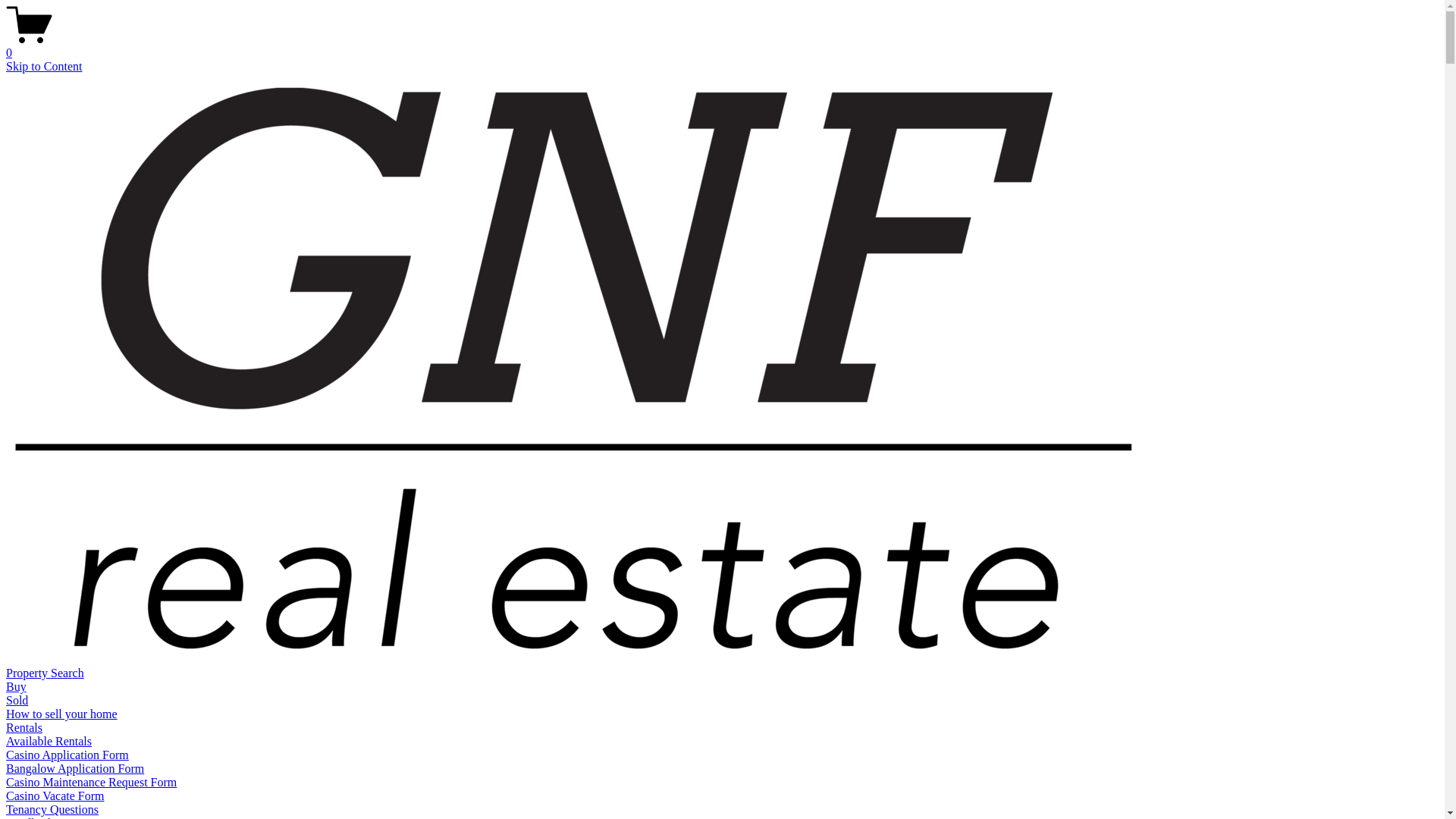 The height and width of the screenshot is (819, 1456). I want to click on 'Casino Application Form', so click(67, 755).